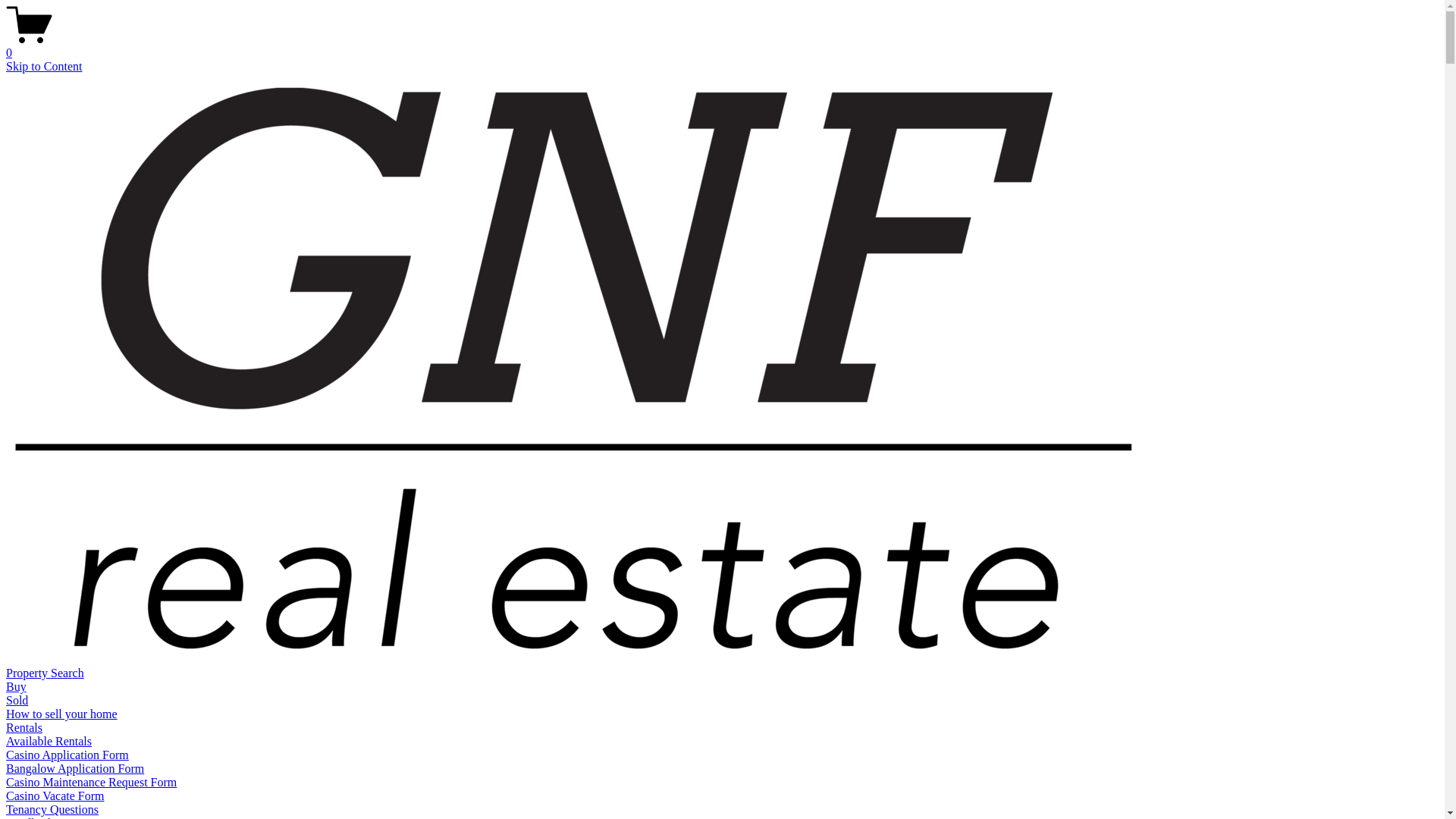 The height and width of the screenshot is (819, 1456). I want to click on 'Casino Application Form', so click(67, 755).